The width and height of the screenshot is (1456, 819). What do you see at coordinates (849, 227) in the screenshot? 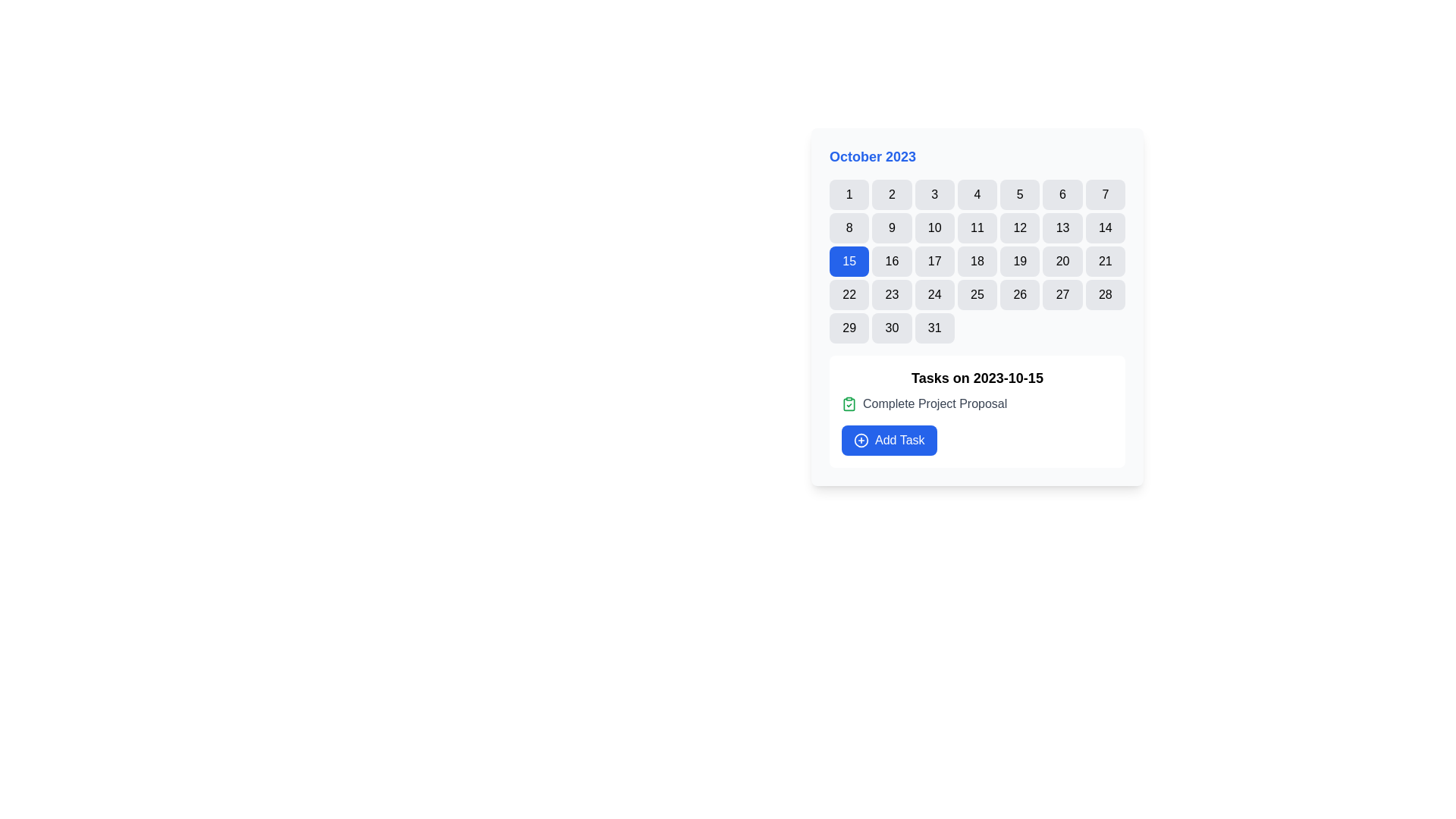
I see `the calendar day button representing the 8th day of the month` at bounding box center [849, 227].